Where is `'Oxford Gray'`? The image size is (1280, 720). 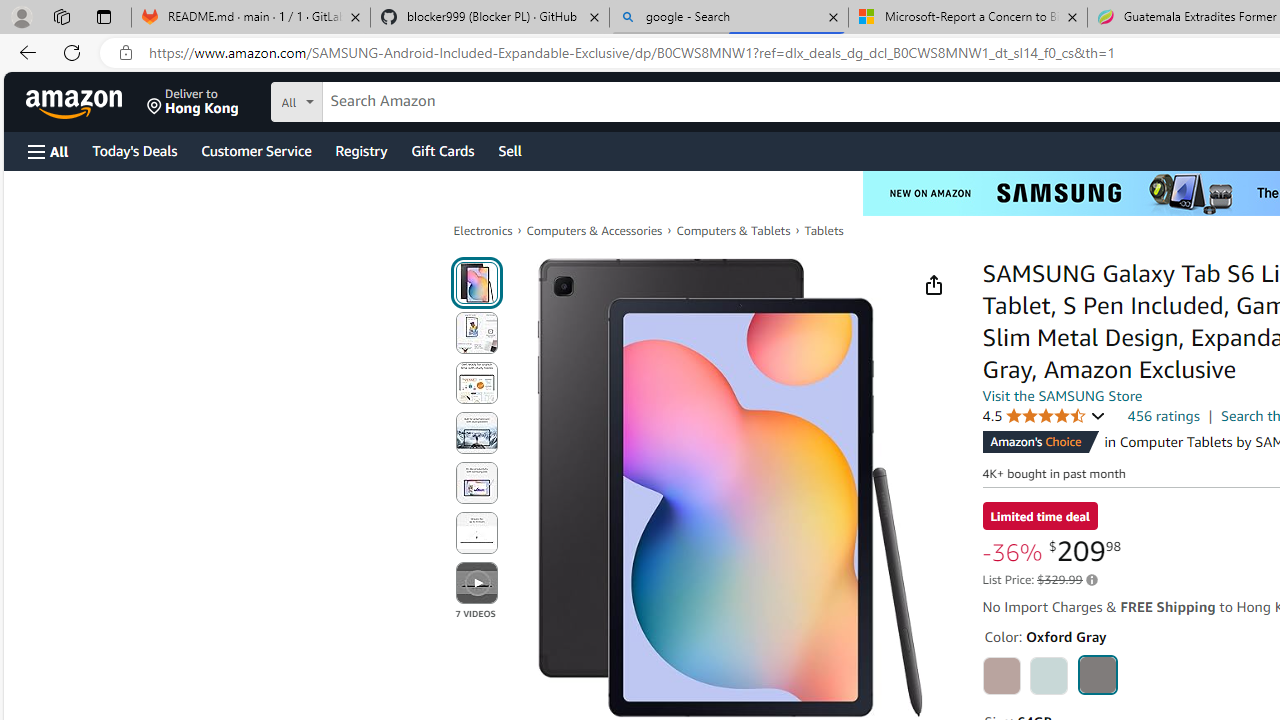 'Oxford Gray' is located at coordinates (1096, 674).